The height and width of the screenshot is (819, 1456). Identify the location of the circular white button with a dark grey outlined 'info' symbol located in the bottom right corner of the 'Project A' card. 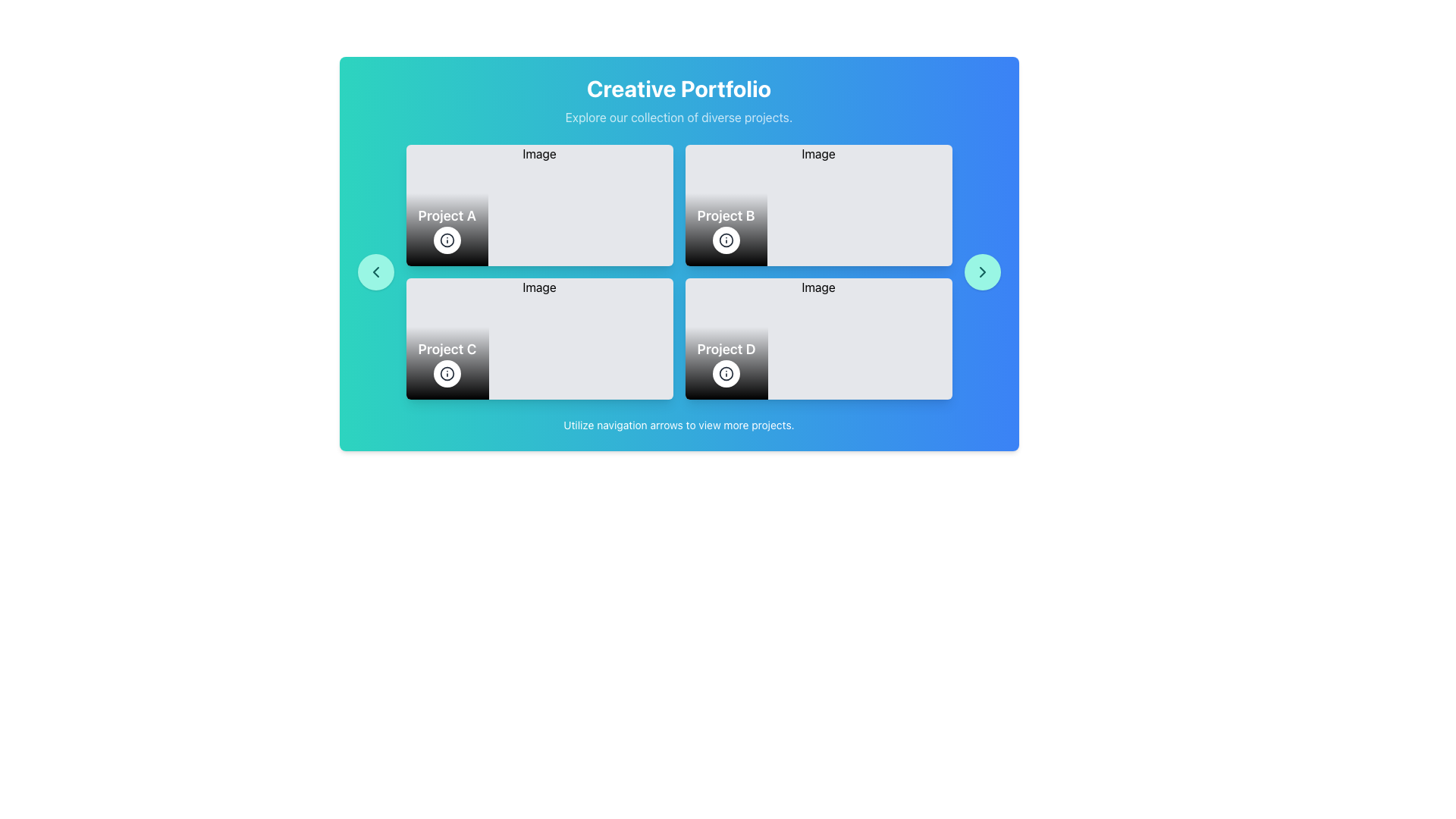
(446, 239).